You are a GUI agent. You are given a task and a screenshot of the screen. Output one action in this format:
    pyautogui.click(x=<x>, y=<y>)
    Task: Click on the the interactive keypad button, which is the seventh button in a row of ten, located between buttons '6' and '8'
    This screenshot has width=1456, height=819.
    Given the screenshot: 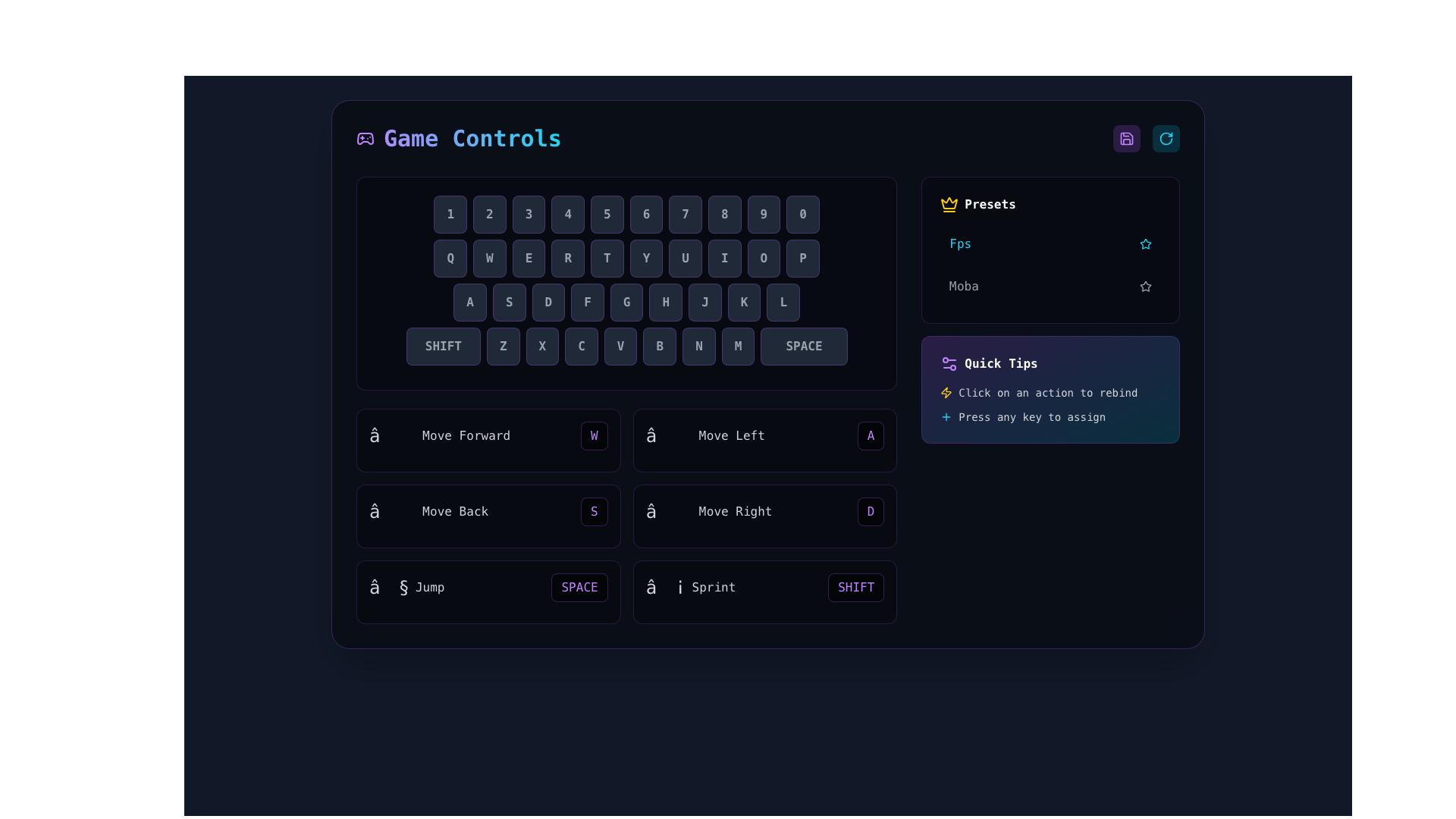 What is the action you would take?
    pyautogui.click(x=685, y=214)
    